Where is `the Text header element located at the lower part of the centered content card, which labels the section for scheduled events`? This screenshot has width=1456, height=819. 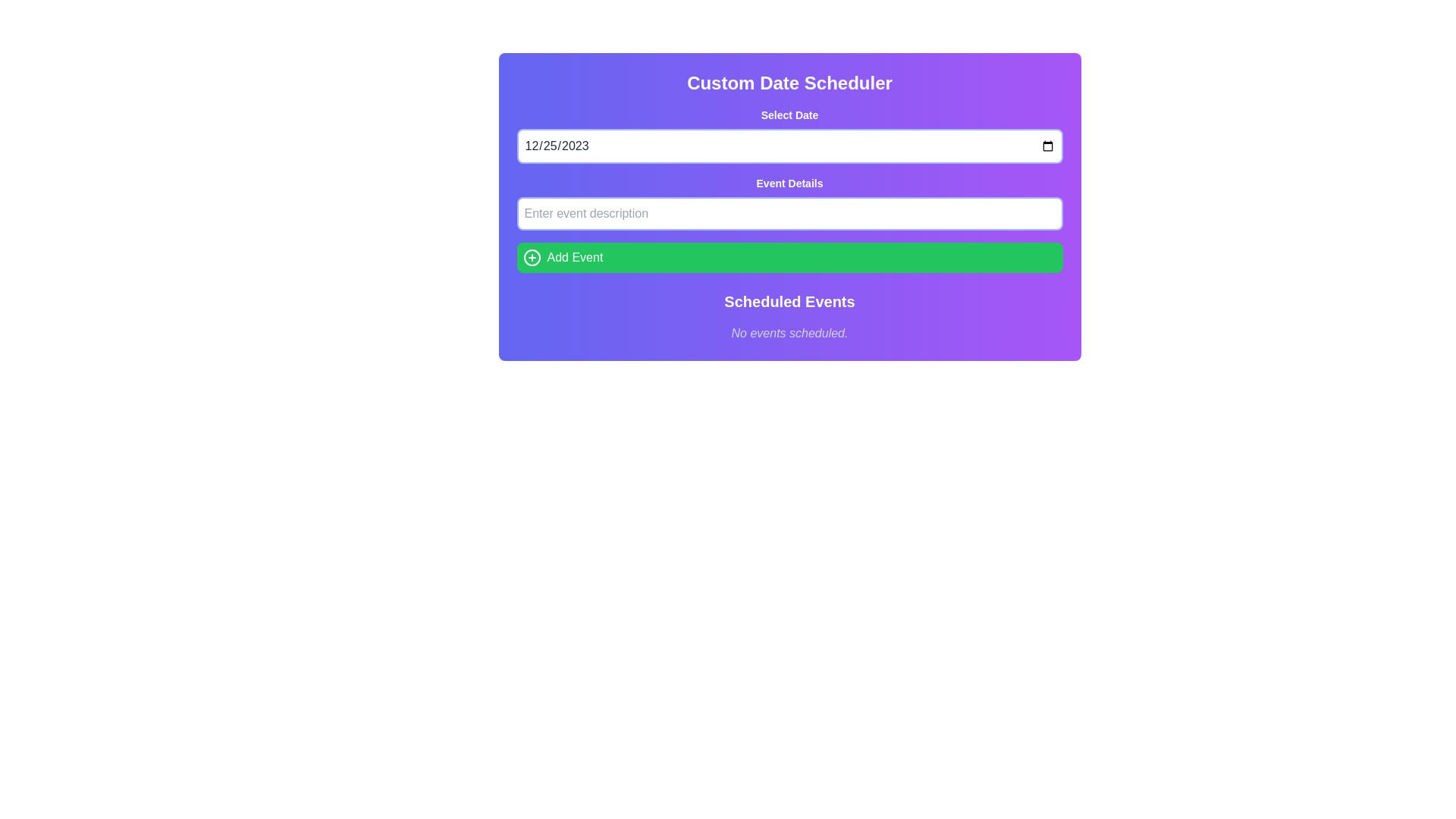 the Text header element located at the lower part of the centered content card, which labels the section for scheduled events is located at coordinates (789, 301).